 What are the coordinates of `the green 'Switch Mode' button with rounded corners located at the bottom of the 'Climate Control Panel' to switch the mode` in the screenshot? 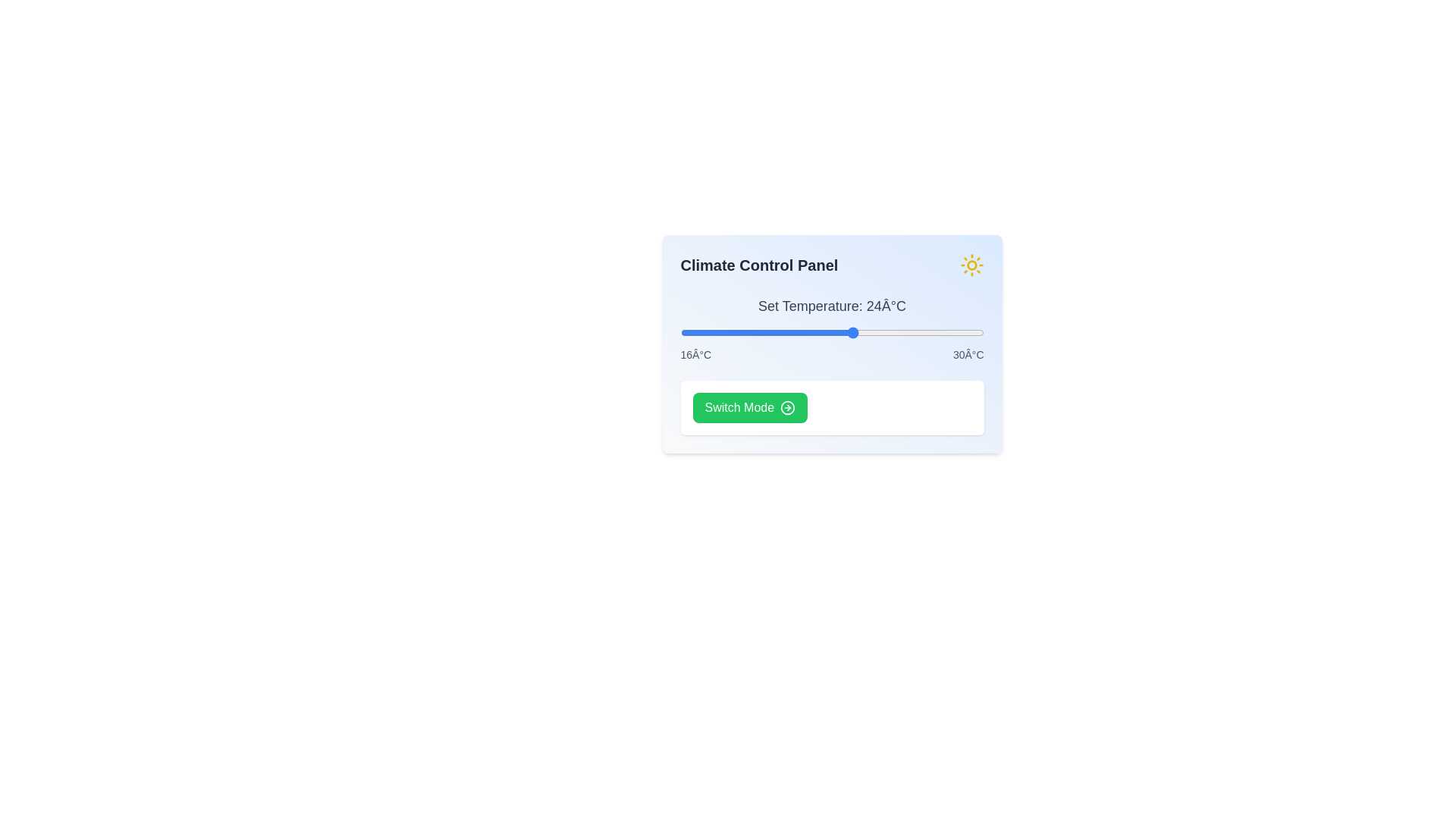 It's located at (750, 406).